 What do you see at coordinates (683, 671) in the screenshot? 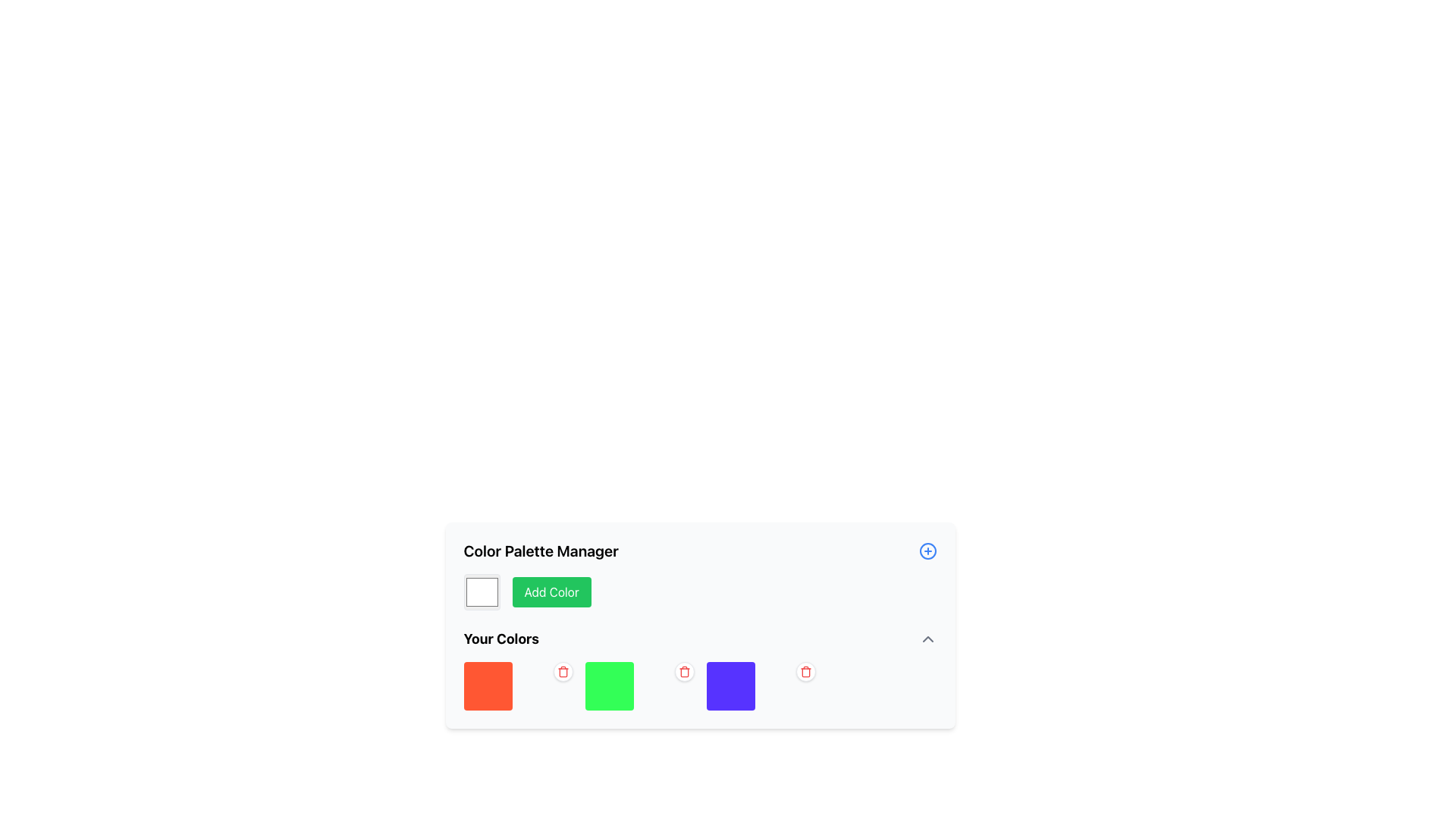
I see `the second red trash can icon under the 'Your Colors' section` at bounding box center [683, 671].